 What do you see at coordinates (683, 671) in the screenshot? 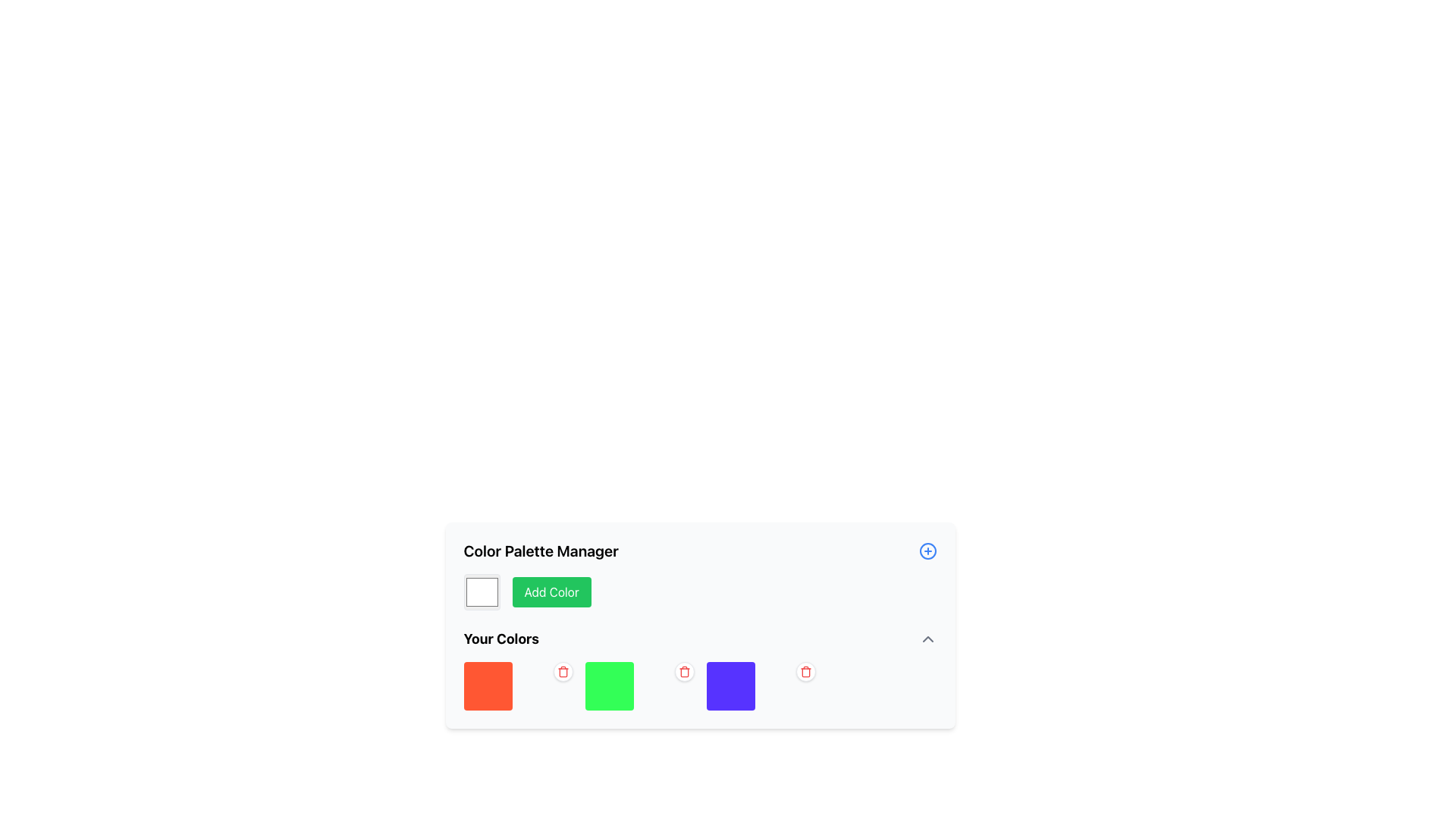
I see `the second red trash can icon under the 'Your Colors' section` at bounding box center [683, 671].